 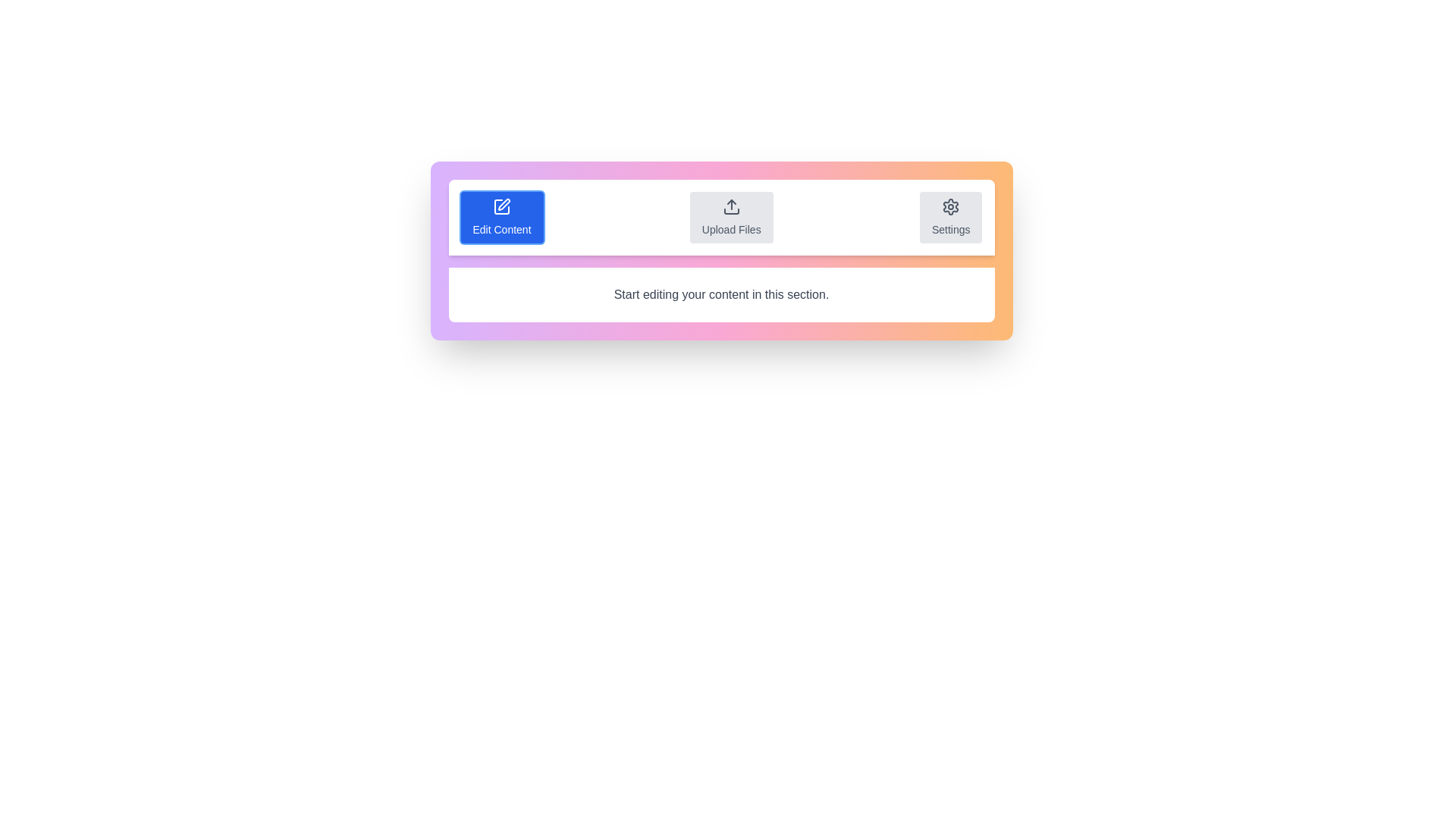 What do you see at coordinates (950, 207) in the screenshot?
I see `the settings icon button` at bounding box center [950, 207].